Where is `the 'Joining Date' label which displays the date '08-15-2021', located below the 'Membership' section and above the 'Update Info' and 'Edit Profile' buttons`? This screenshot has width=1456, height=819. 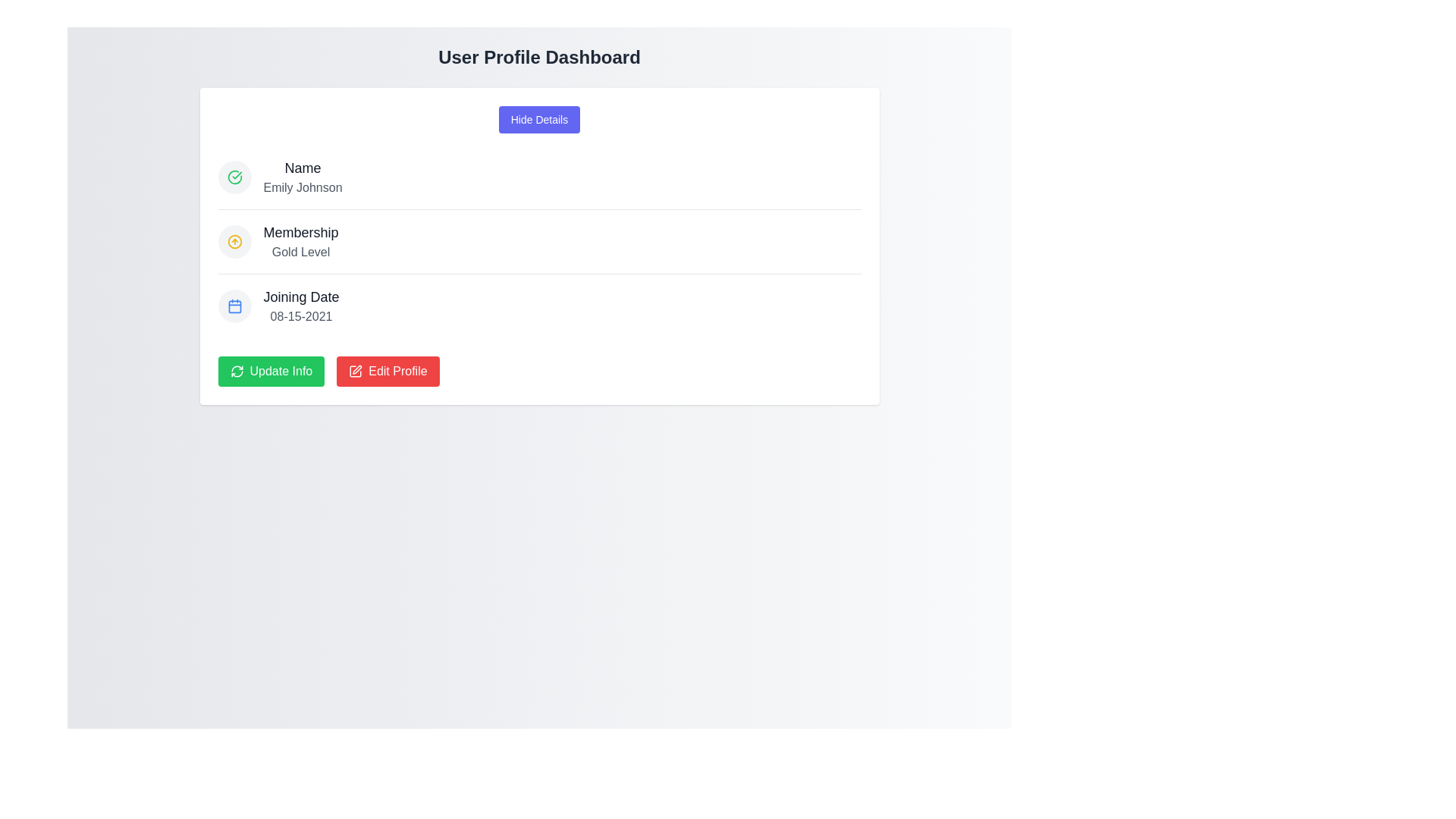
the 'Joining Date' label which displays the date '08-15-2021', located below the 'Membership' section and above the 'Update Info' and 'Edit Profile' buttons is located at coordinates (301, 306).